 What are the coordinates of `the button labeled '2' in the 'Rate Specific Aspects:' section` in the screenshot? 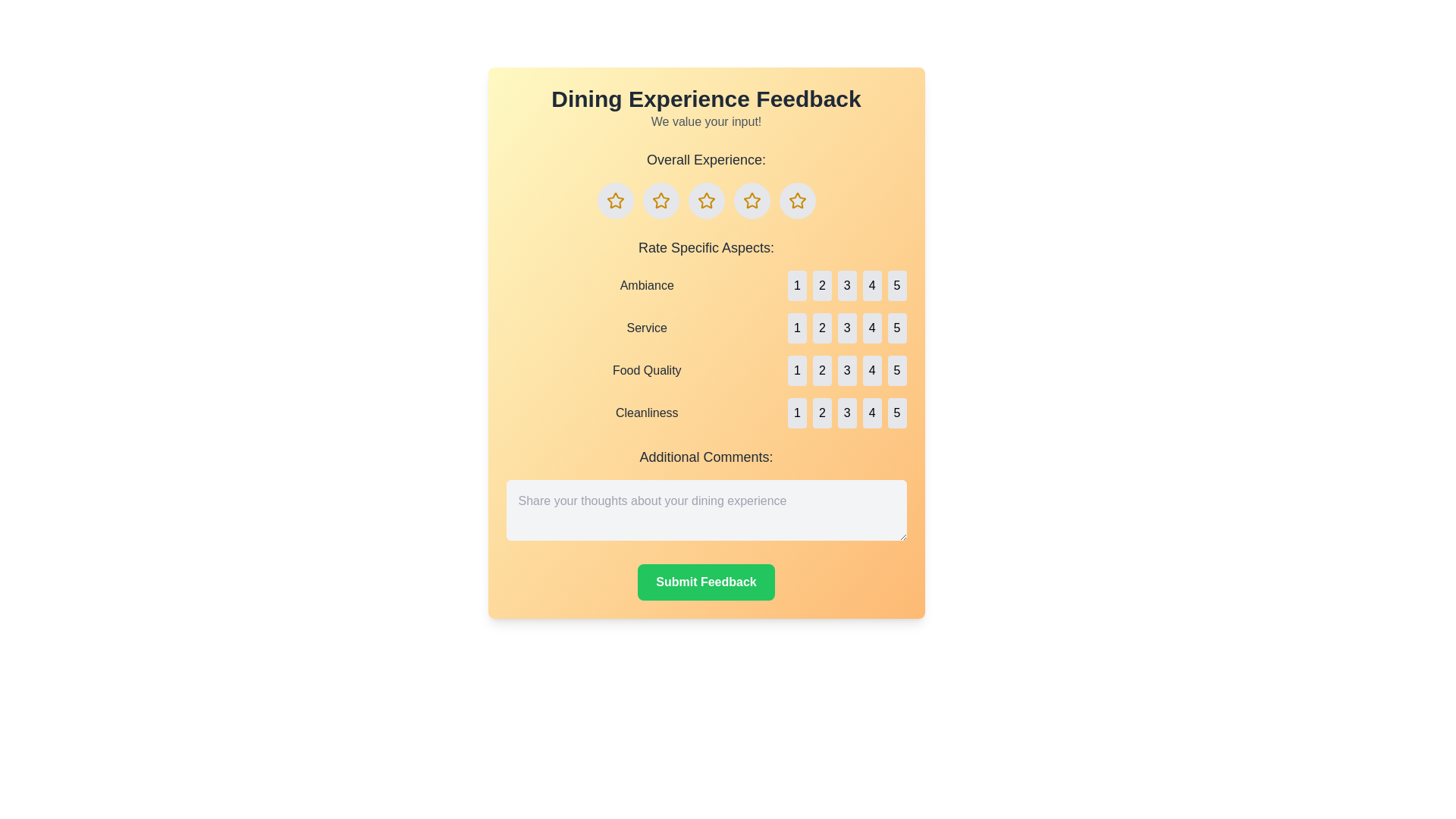 It's located at (821, 286).